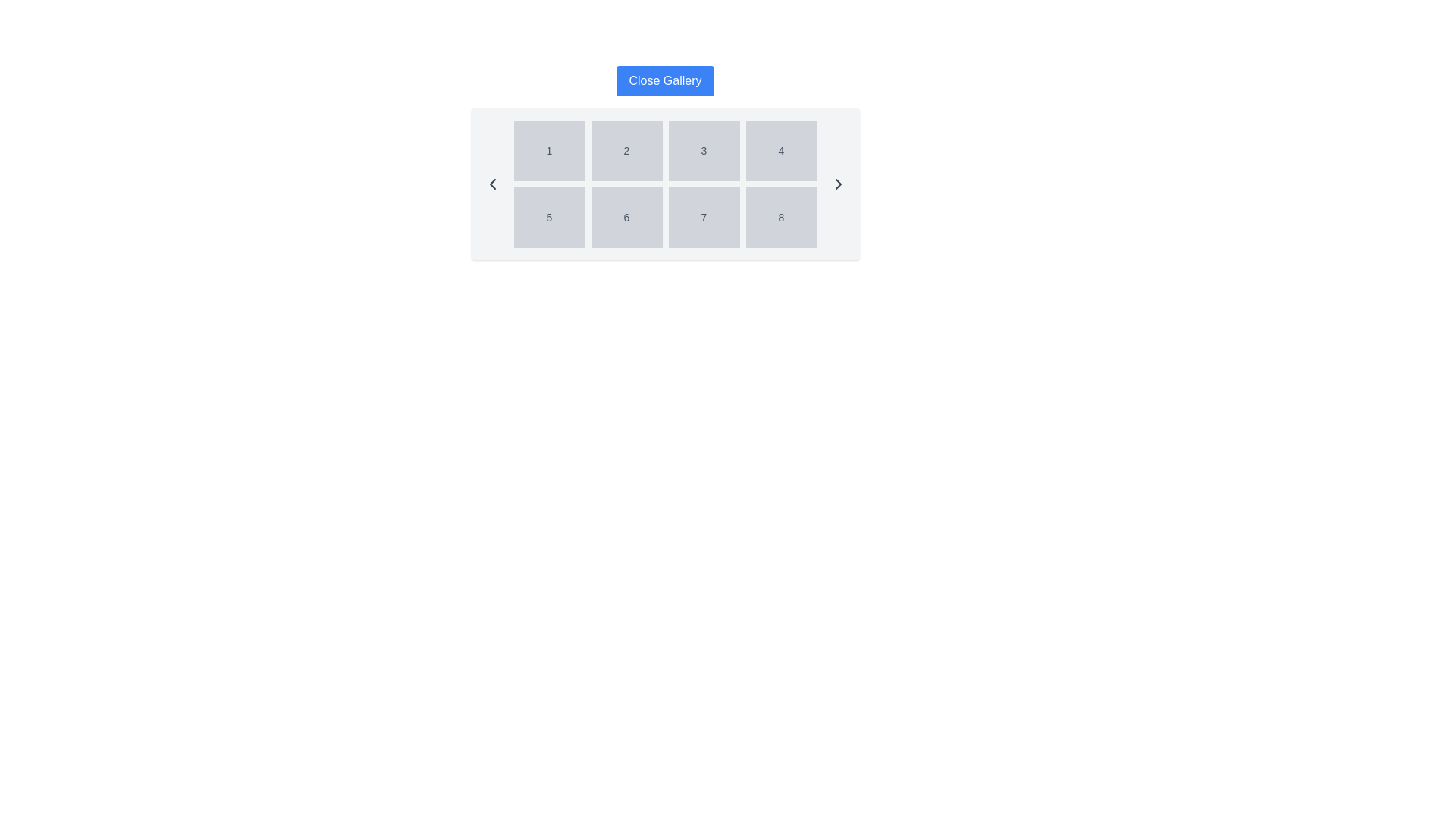 The height and width of the screenshot is (819, 1456). What do you see at coordinates (492, 184) in the screenshot?
I see `the navigation icon located on the far left of the horizontally centered panel` at bounding box center [492, 184].